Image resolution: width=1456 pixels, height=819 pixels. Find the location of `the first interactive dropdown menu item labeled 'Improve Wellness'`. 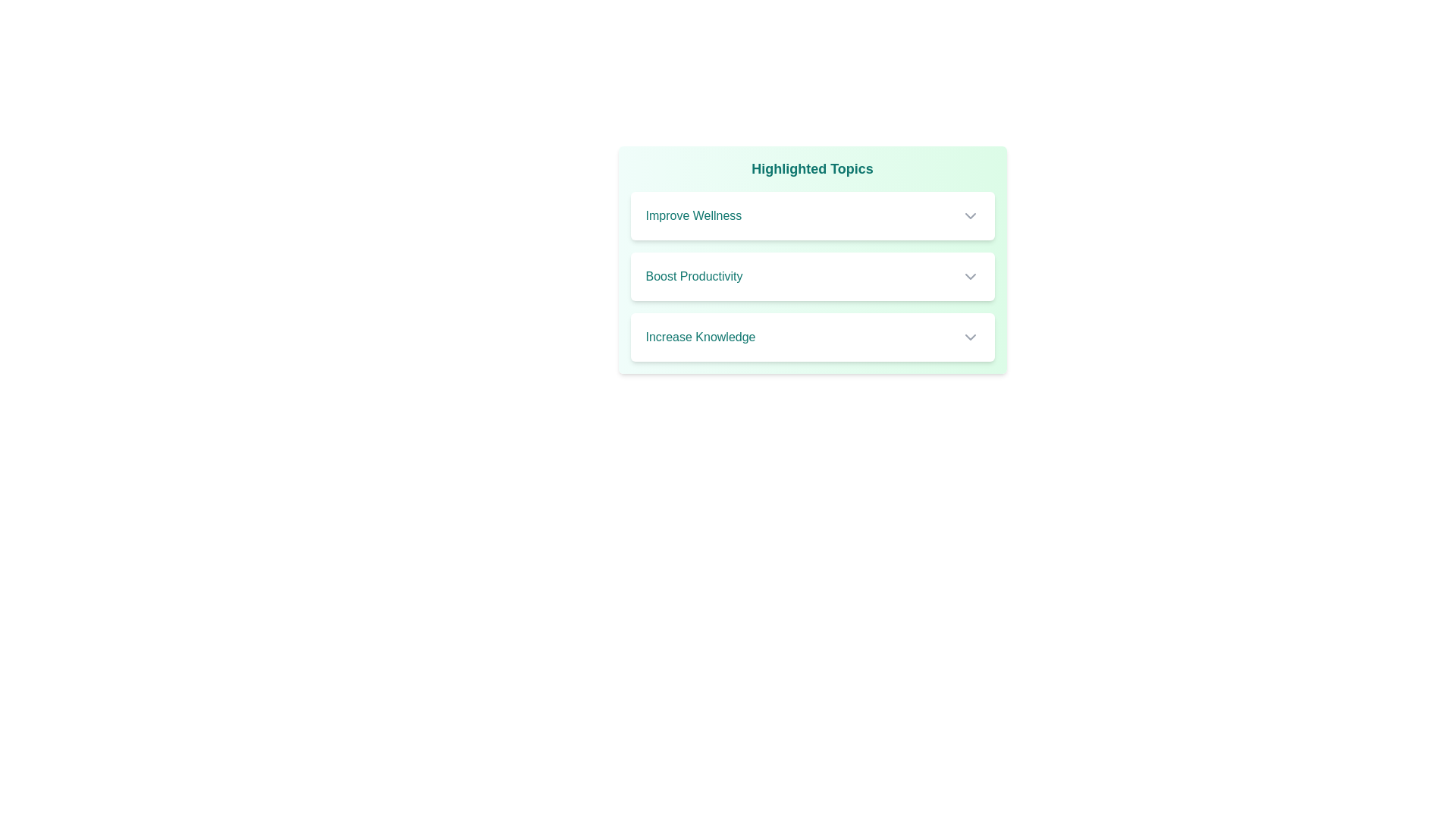

the first interactive dropdown menu item labeled 'Improve Wellness' is located at coordinates (811, 216).